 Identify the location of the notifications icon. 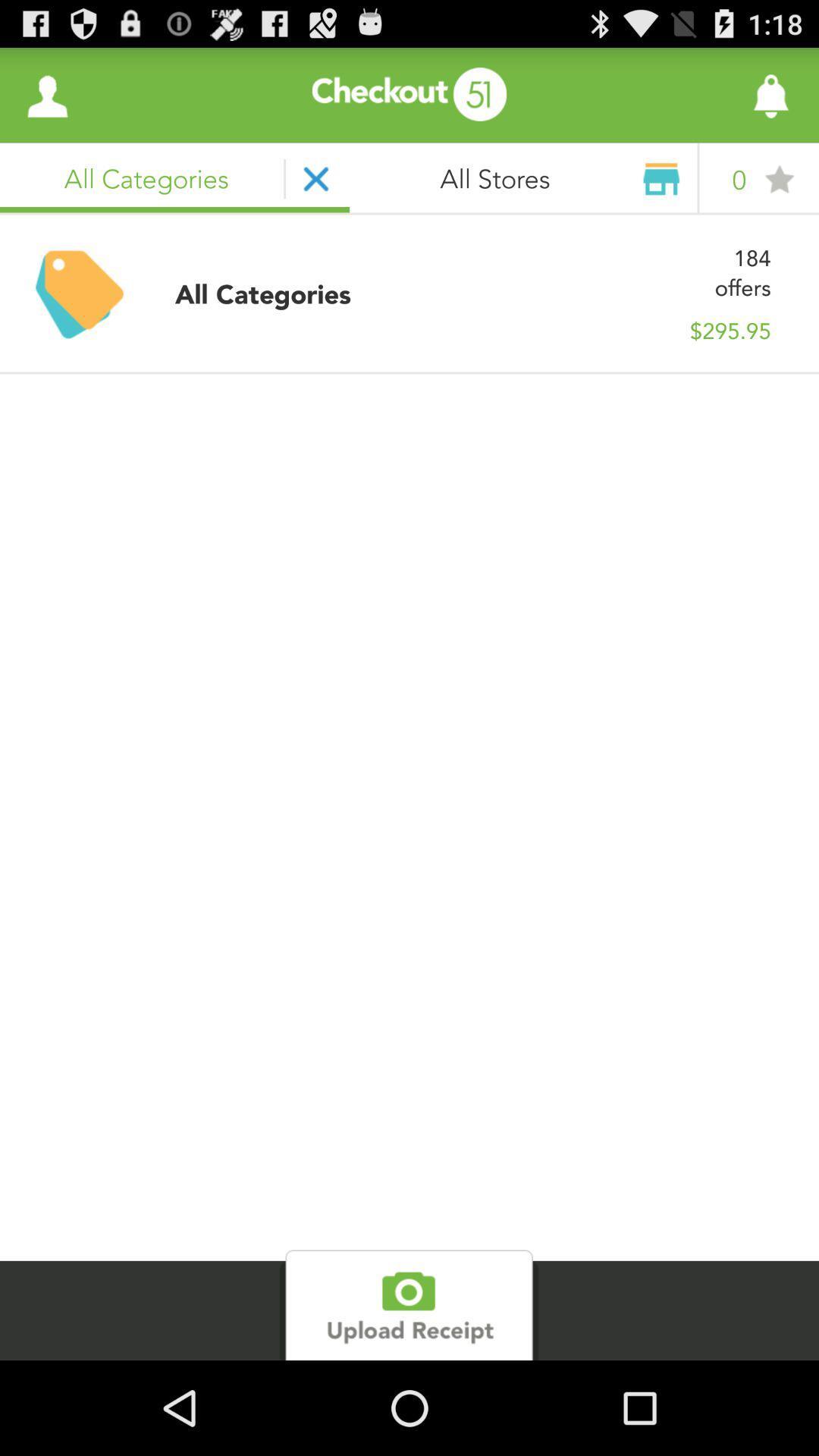
(728, 101).